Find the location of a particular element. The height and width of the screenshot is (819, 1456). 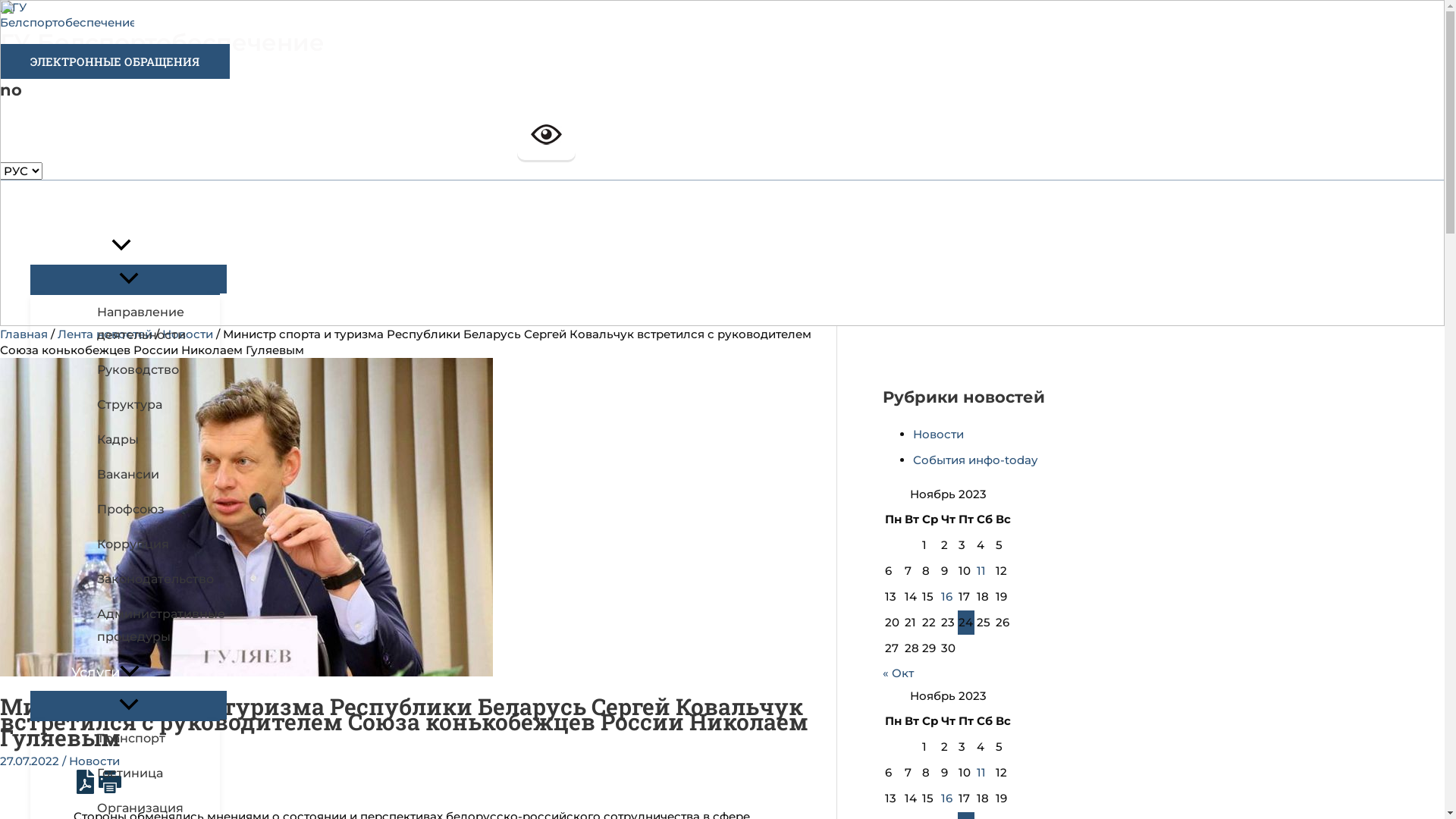

'11' is located at coordinates (981, 570).